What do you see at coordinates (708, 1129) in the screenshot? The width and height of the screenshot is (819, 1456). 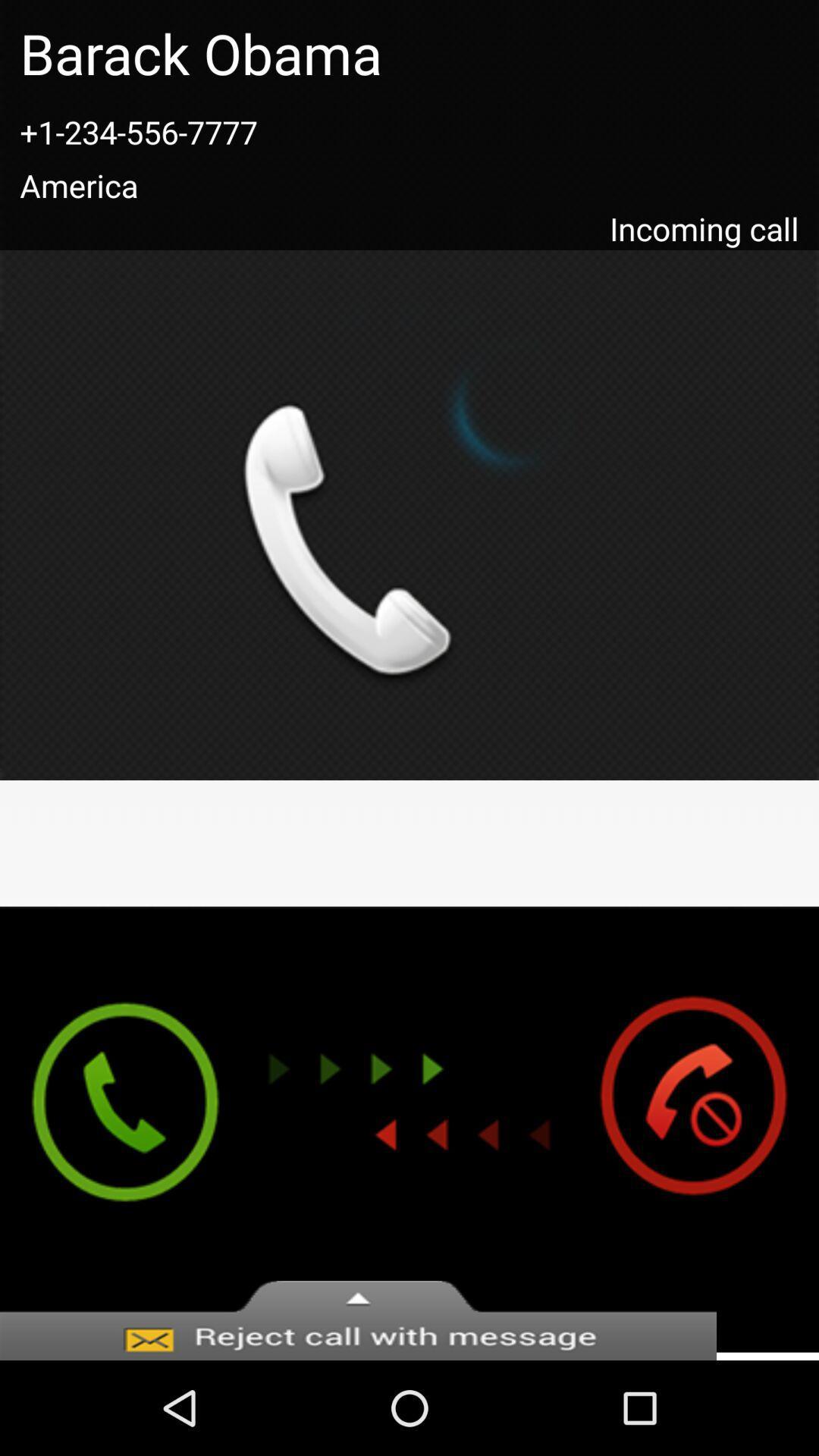 I see `ignore the incoming call` at bounding box center [708, 1129].